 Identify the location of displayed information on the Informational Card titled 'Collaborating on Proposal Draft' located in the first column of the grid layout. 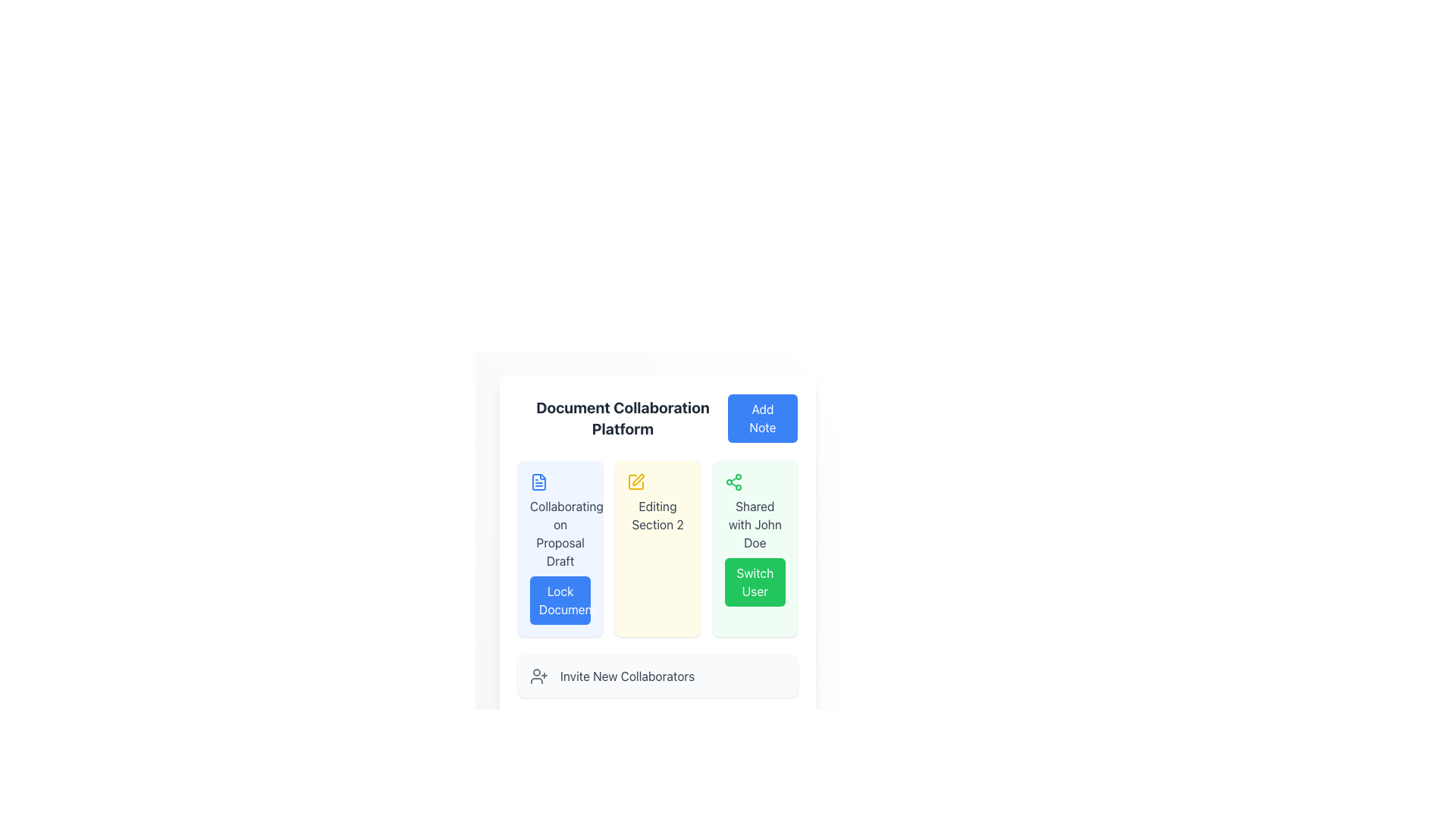
(560, 549).